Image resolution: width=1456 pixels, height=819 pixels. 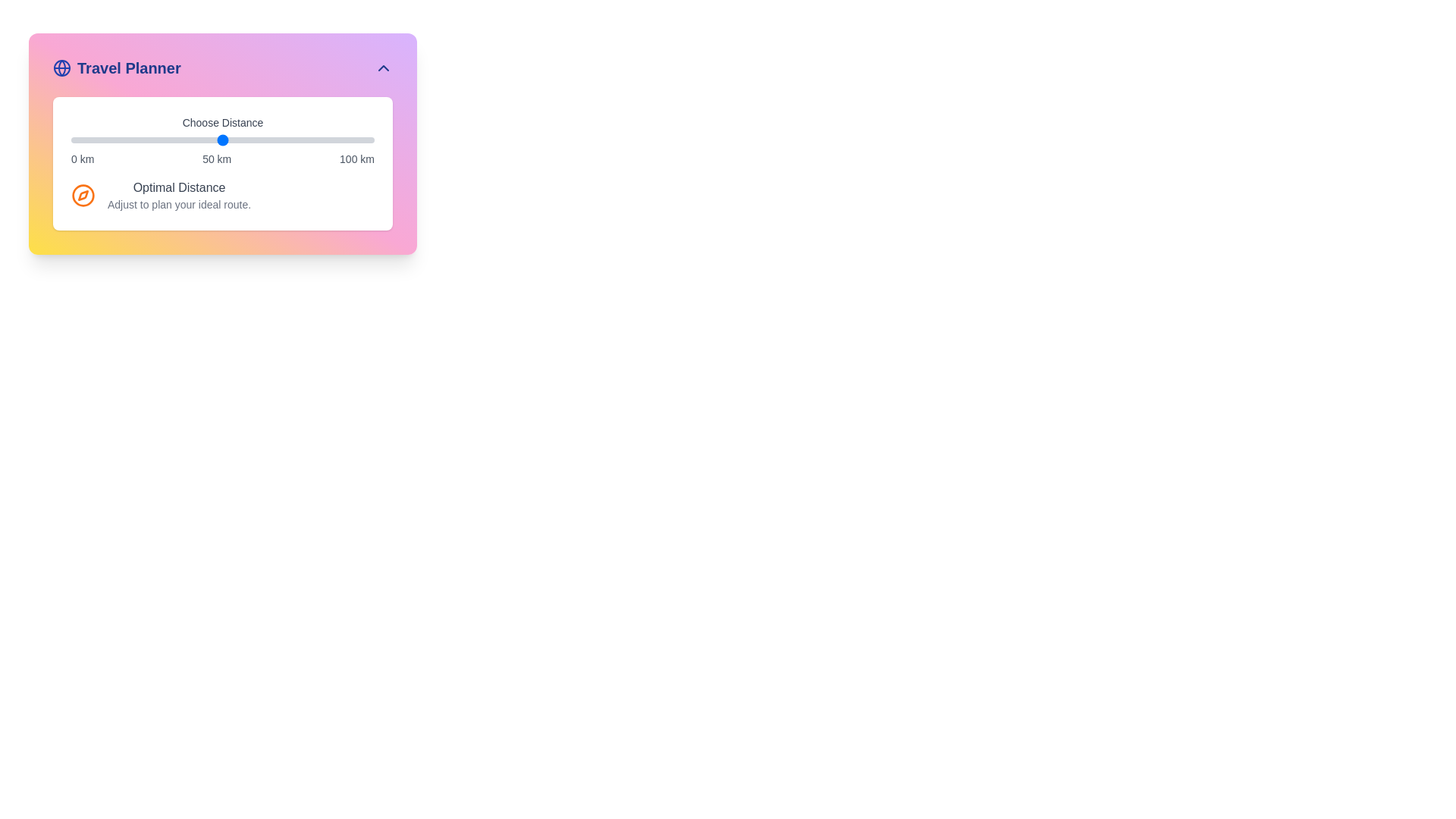 I want to click on the text label that displays 'Optimal Distance', which is centrally located above the smaller text 'Adjust to plan your ideal route.', so click(x=179, y=187).